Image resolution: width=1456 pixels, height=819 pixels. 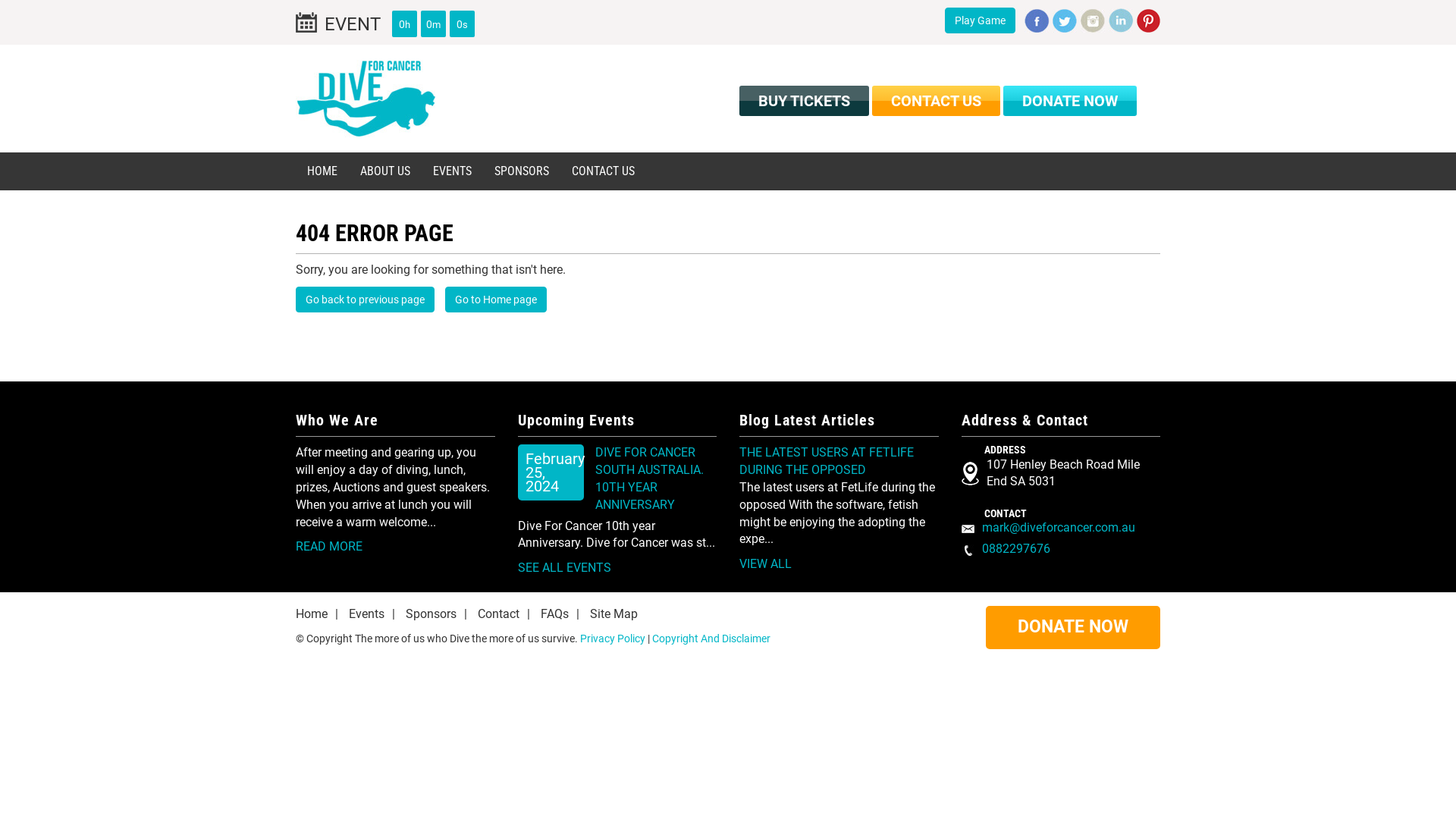 What do you see at coordinates (451, 171) in the screenshot?
I see `'EVENTS'` at bounding box center [451, 171].